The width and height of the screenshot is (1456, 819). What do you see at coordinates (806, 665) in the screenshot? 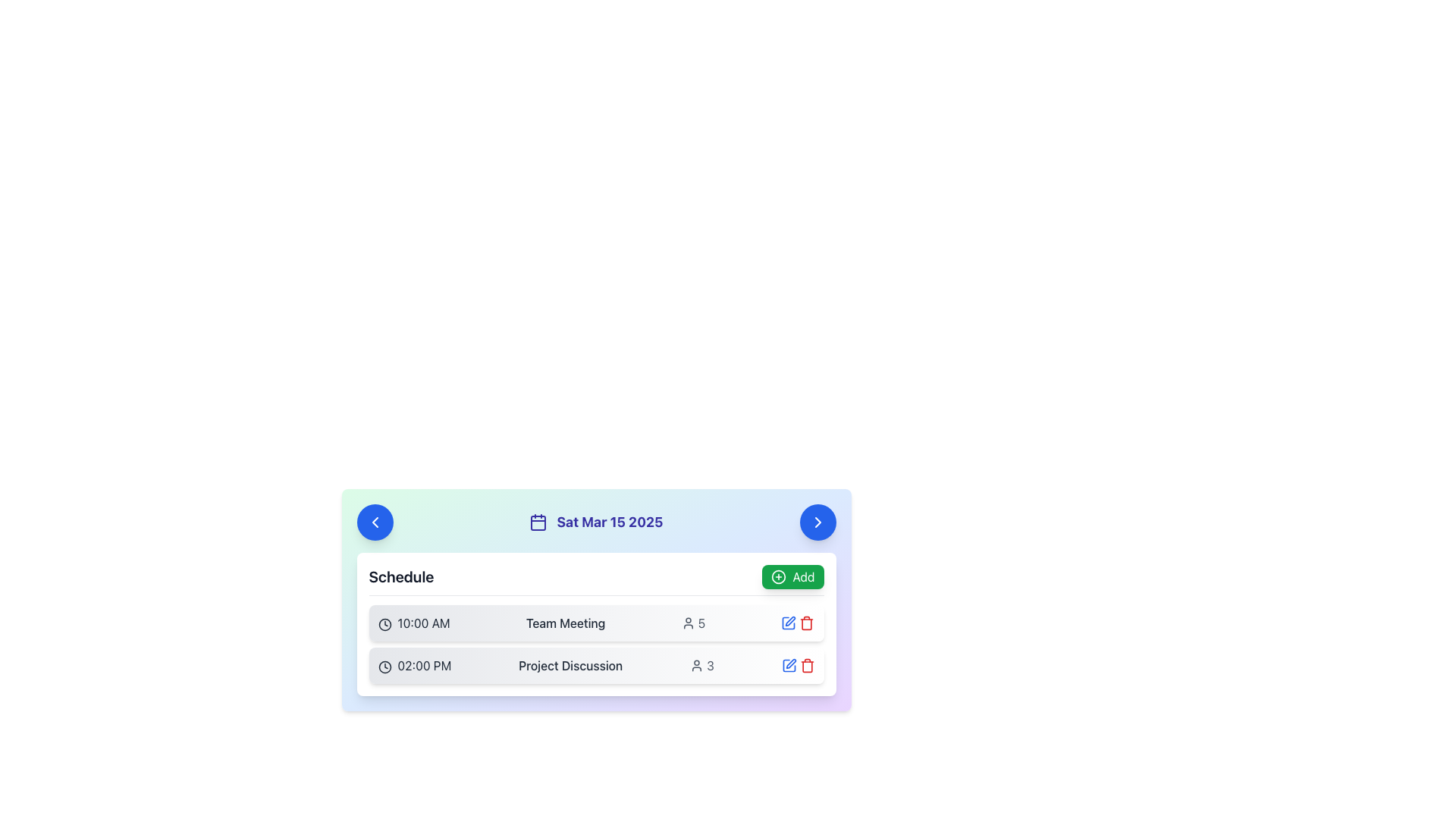
I see `the red trash can icon located on the right side of the second row` at bounding box center [806, 665].